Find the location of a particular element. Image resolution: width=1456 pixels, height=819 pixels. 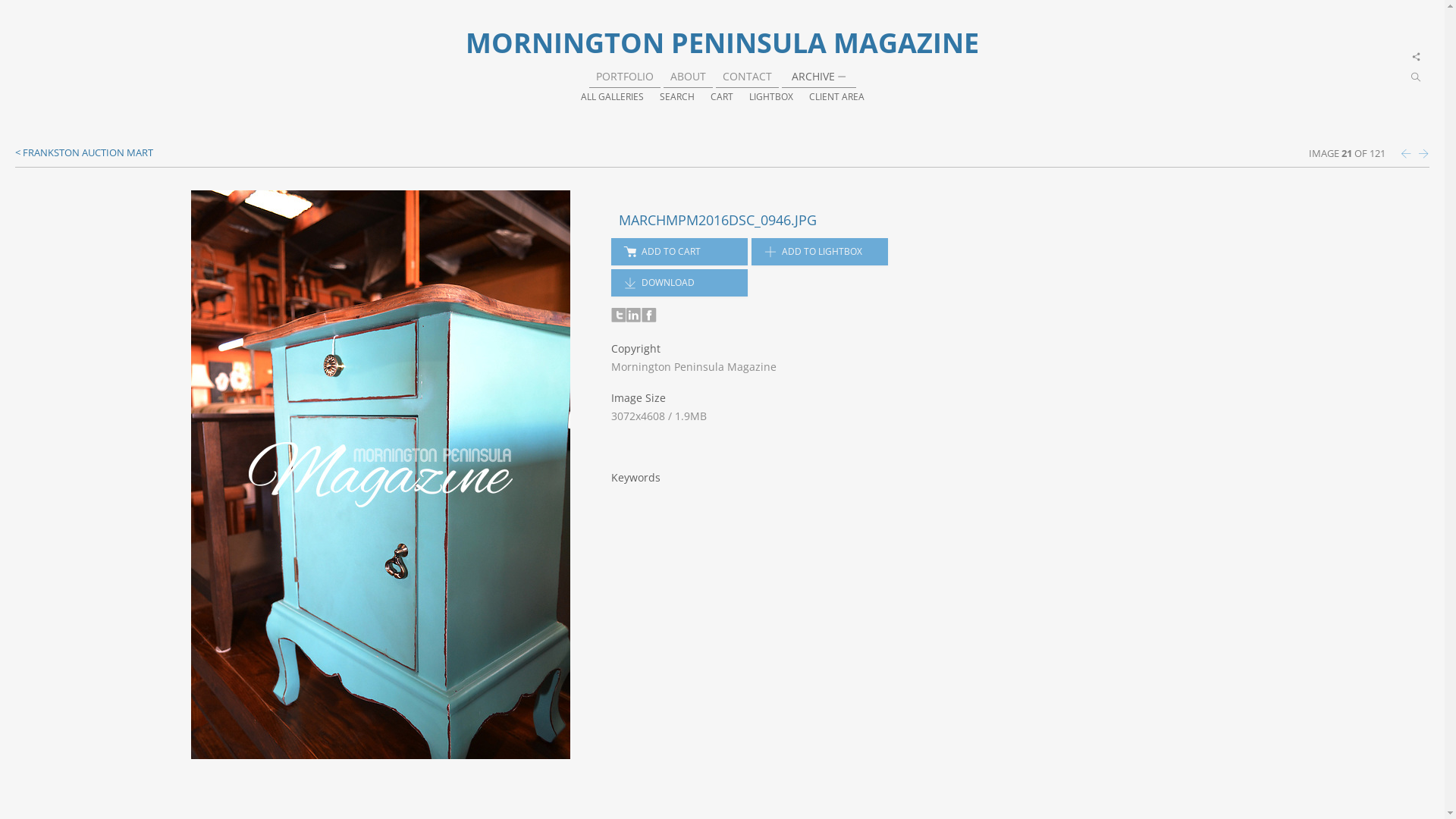

'SEARCH' is located at coordinates (659, 96).